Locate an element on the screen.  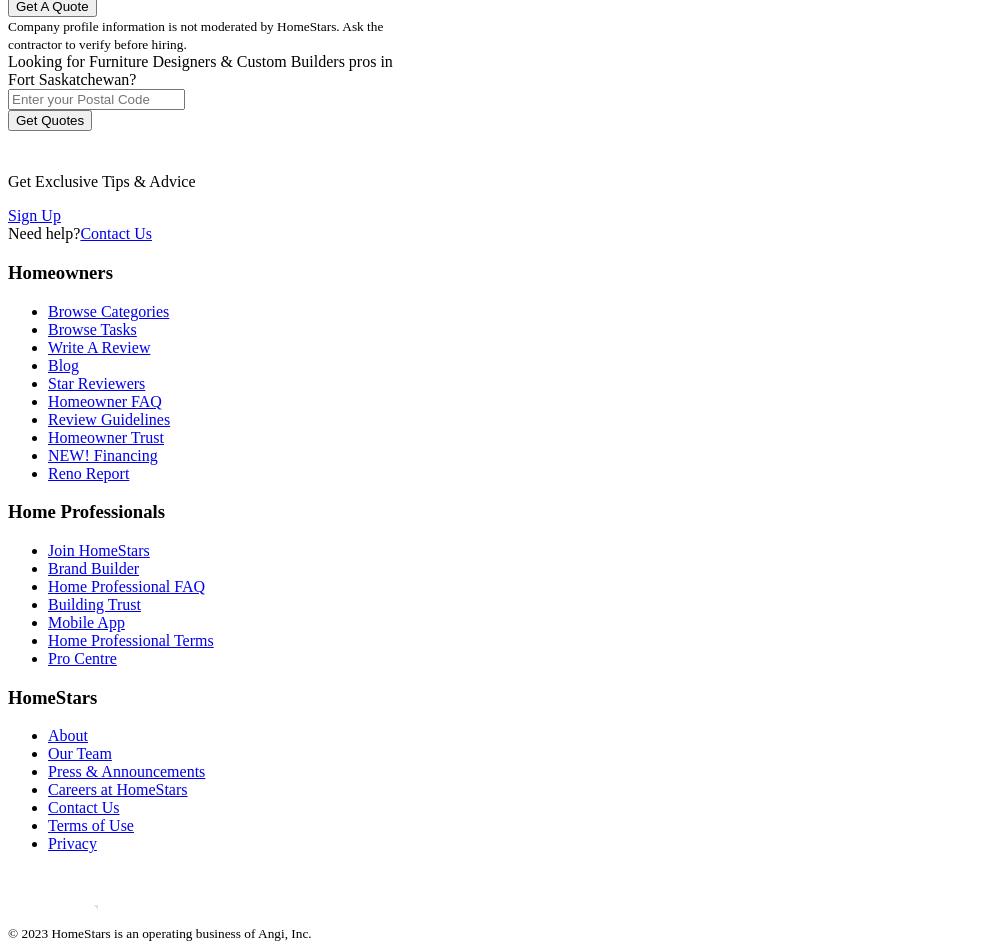
'Terms of Use' is located at coordinates (89, 824).